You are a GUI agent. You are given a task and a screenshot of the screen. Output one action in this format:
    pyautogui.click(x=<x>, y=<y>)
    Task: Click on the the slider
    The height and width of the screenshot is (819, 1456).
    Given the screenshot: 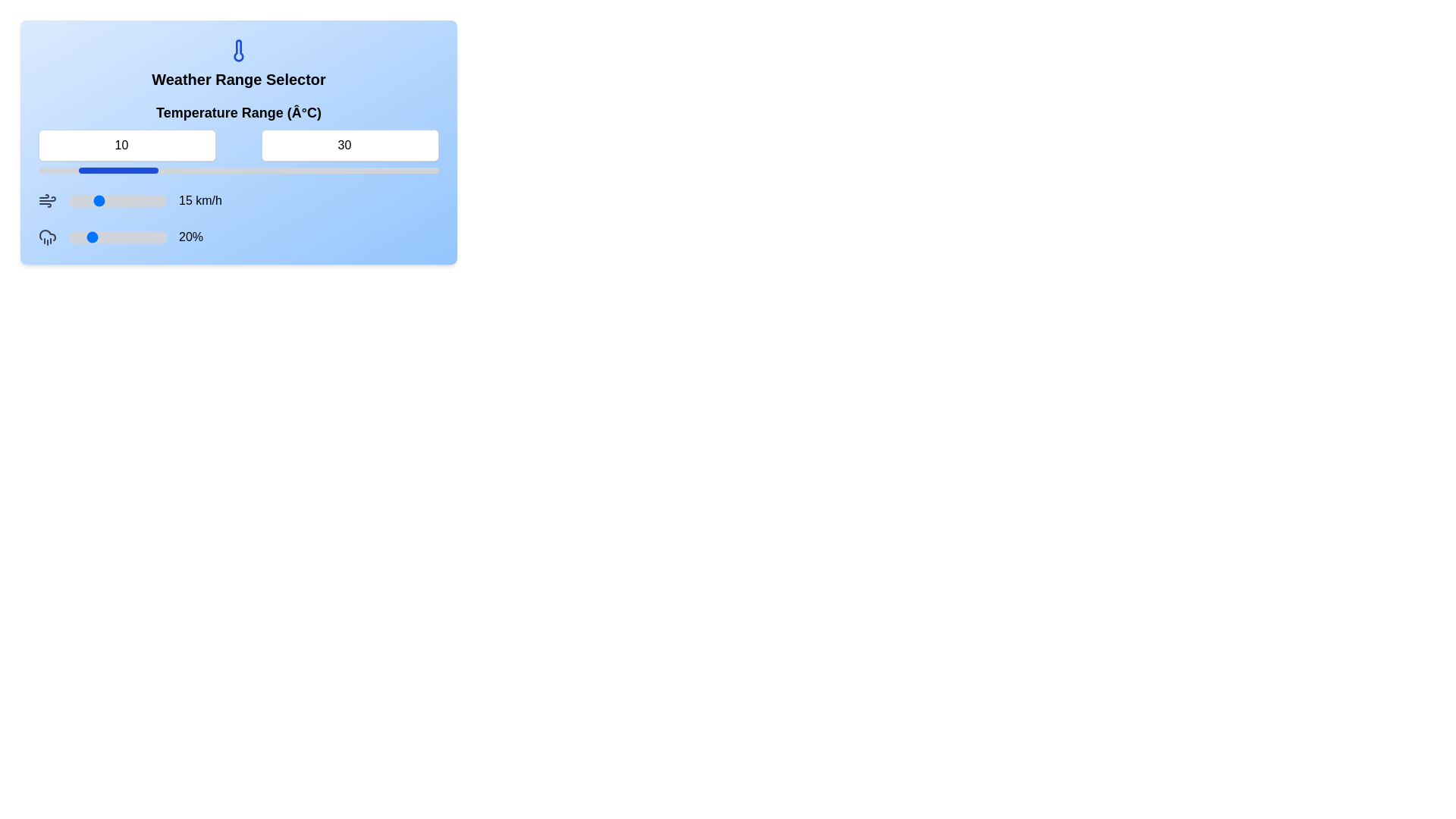 What is the action you would take?
    pyautogui.click(x=93, y=237)
    